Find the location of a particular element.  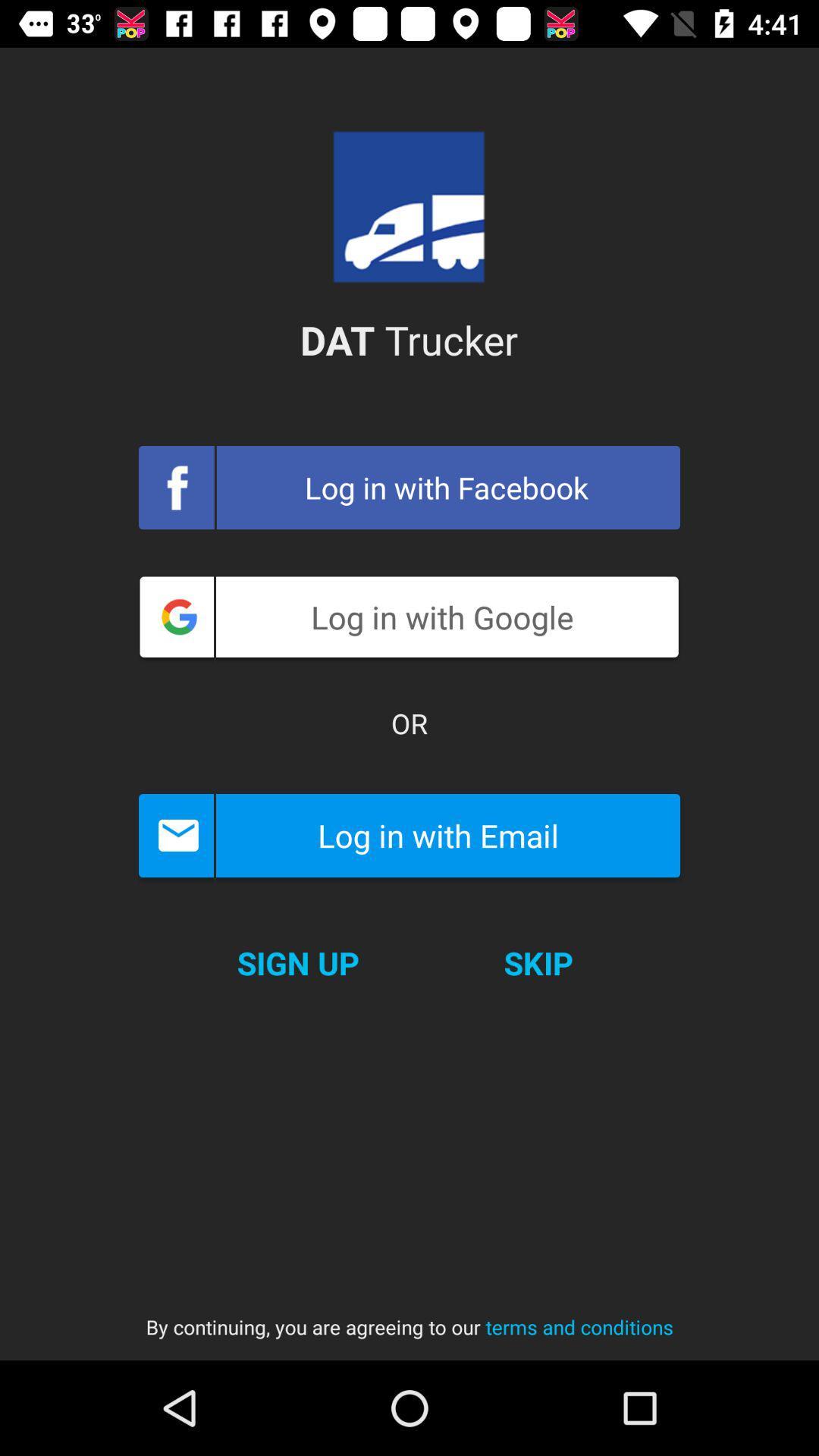

the or item is located at coordinates (409, 723).